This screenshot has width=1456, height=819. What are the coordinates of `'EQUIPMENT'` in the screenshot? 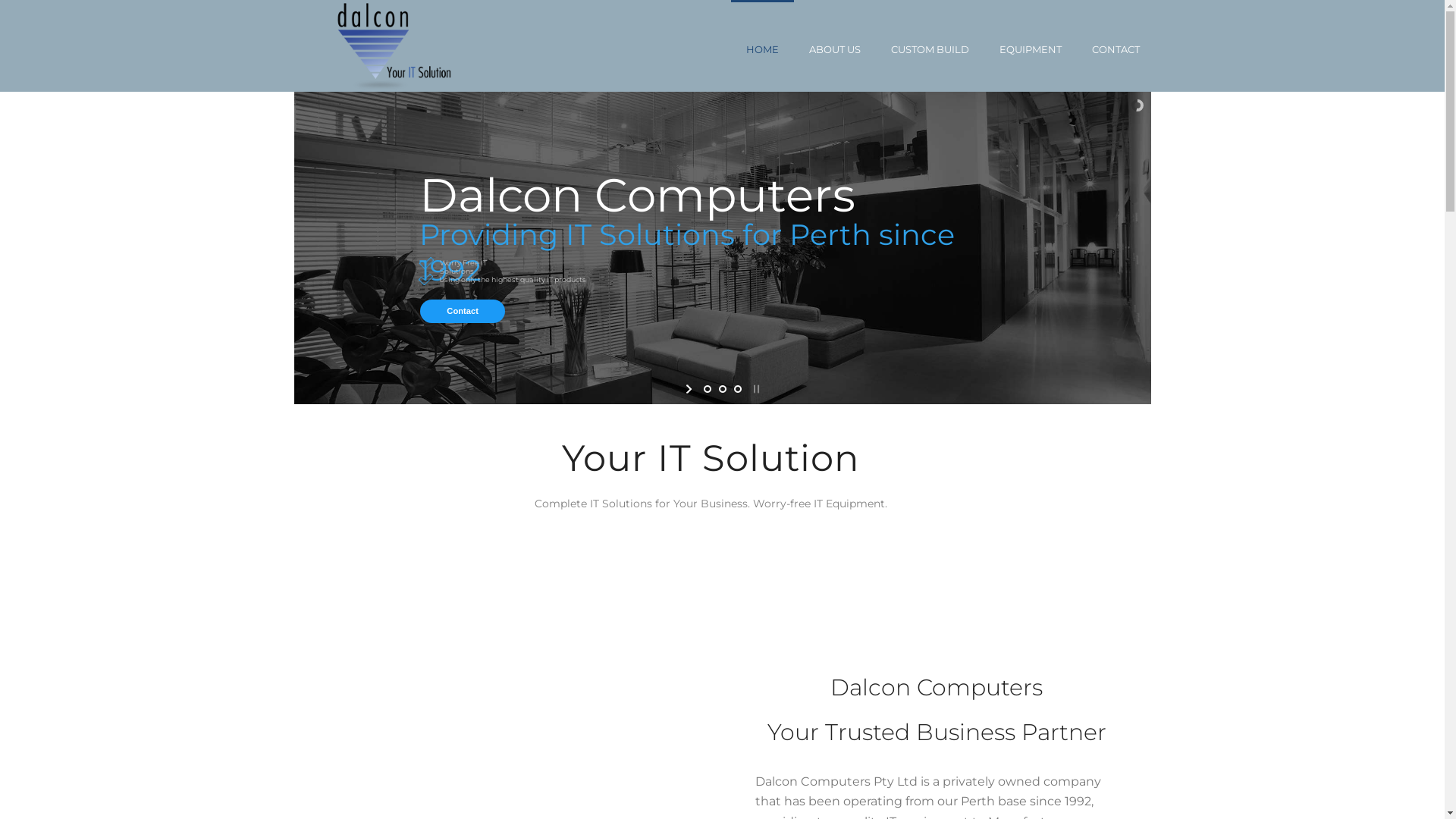 It's located at (1030, 45).